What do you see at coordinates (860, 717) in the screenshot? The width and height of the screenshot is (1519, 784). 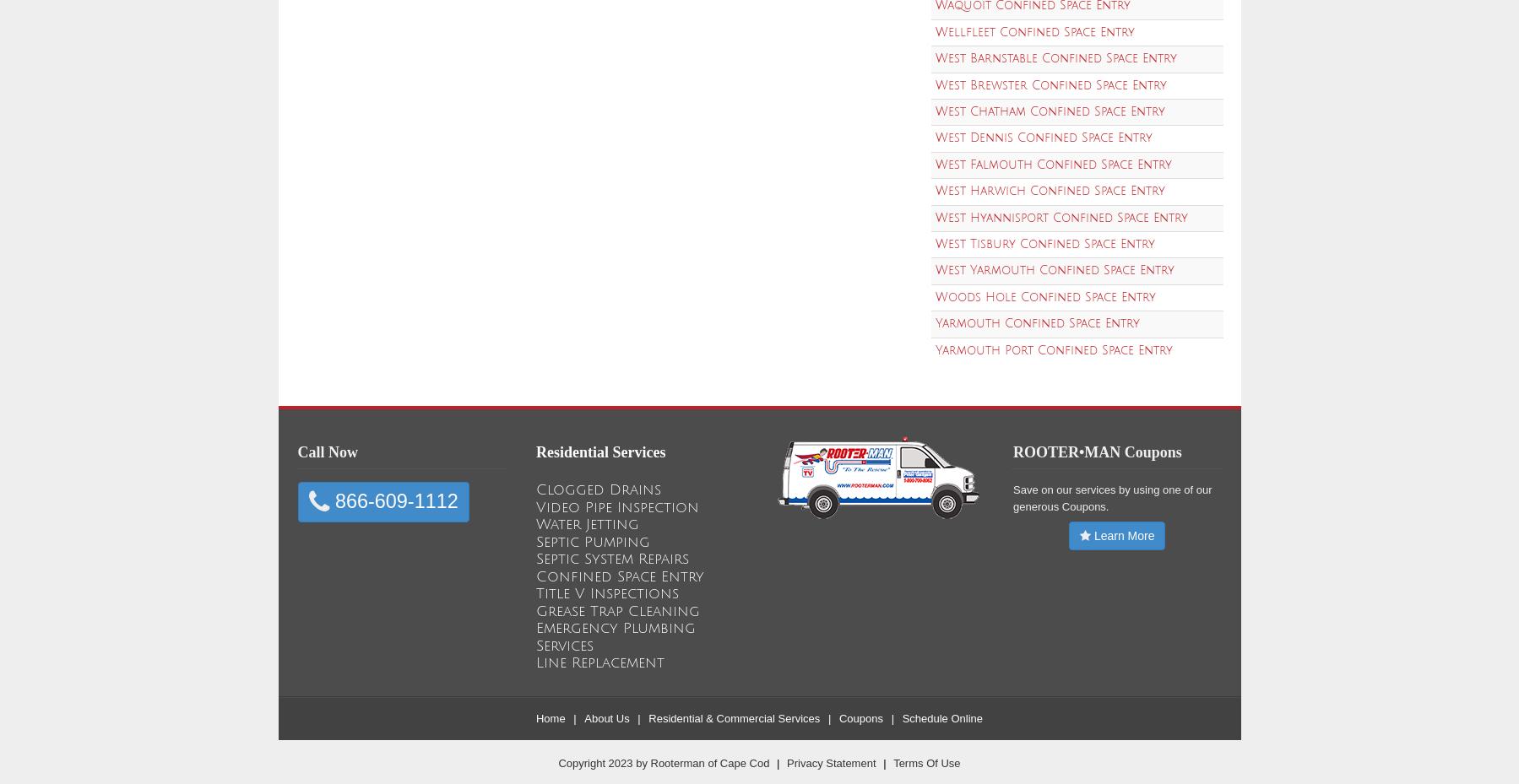 I see `'Coupons'` at bounding box center [860, 717].